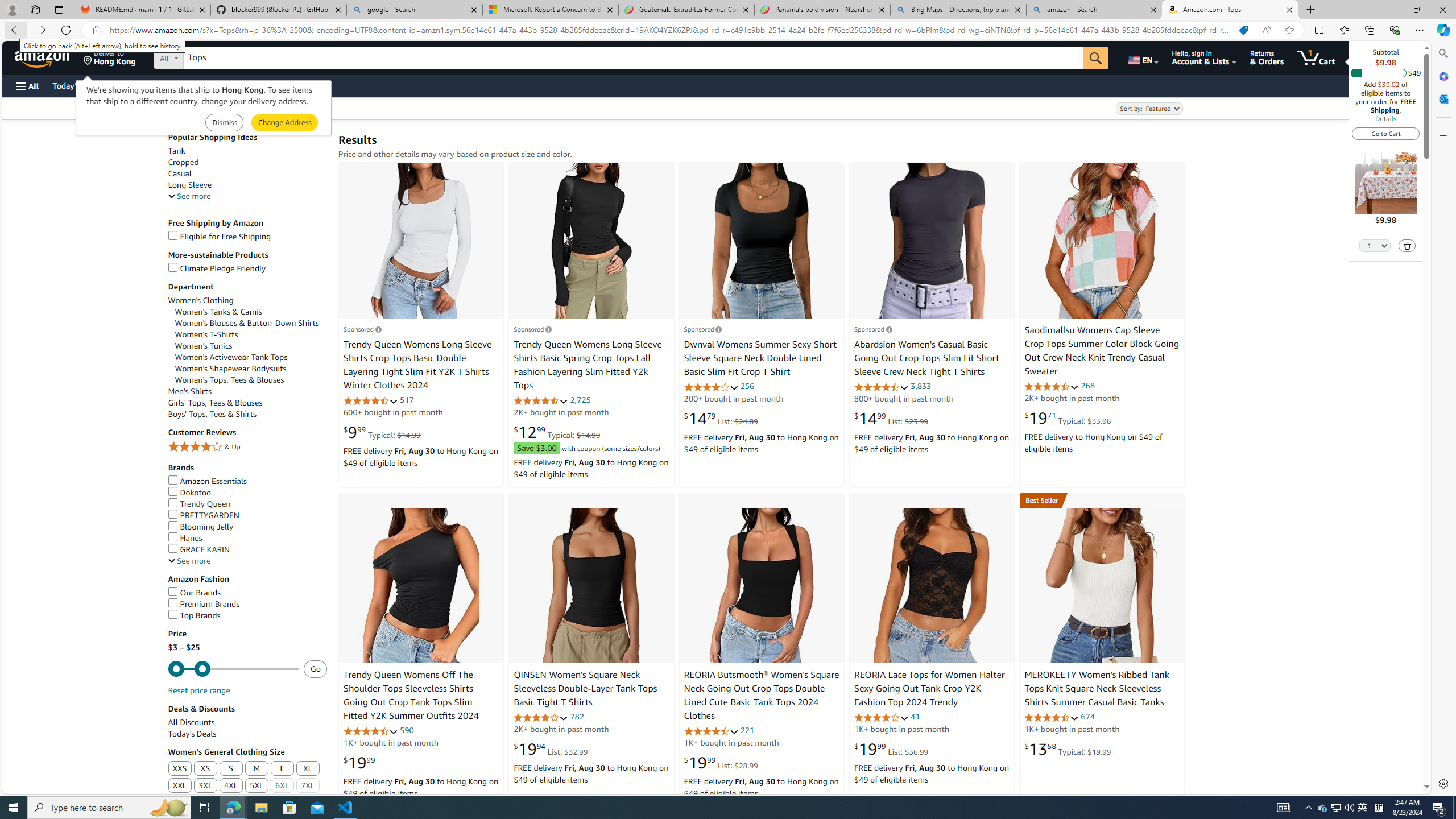 The height and width of the screenshot is (819, 1456). I want to click on '6XL', so click(283, 786).